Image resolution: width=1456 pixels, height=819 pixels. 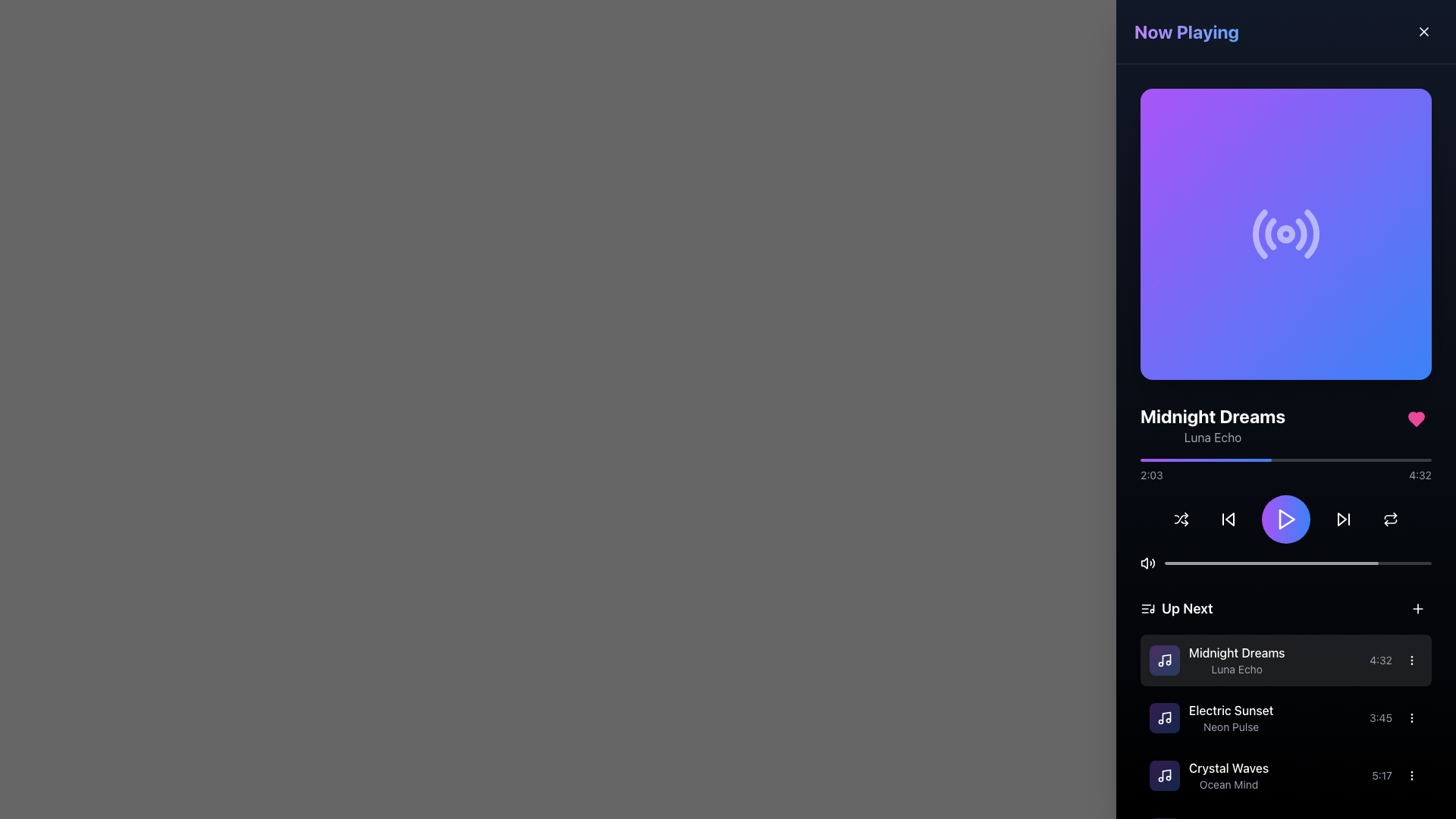 What do you see at coordinates (1207, 459) in the screenshot?
I see `the audio progress` at bounding box center [1207, 459].